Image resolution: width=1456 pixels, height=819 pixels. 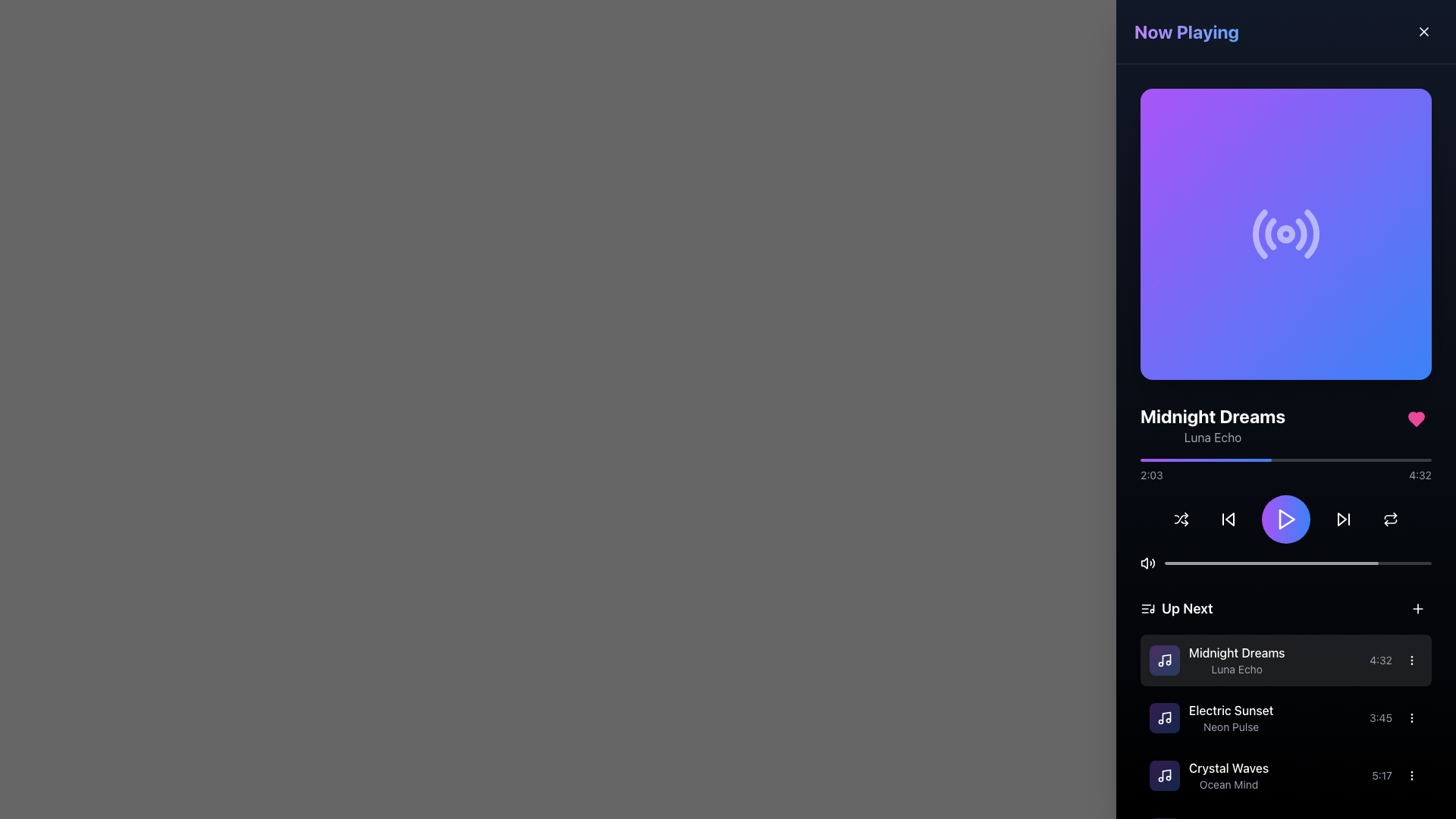 What do you see at coordinates (1207, 459) in the screenshot?
I see `the audio progress` at bounding box center [1207, 459].